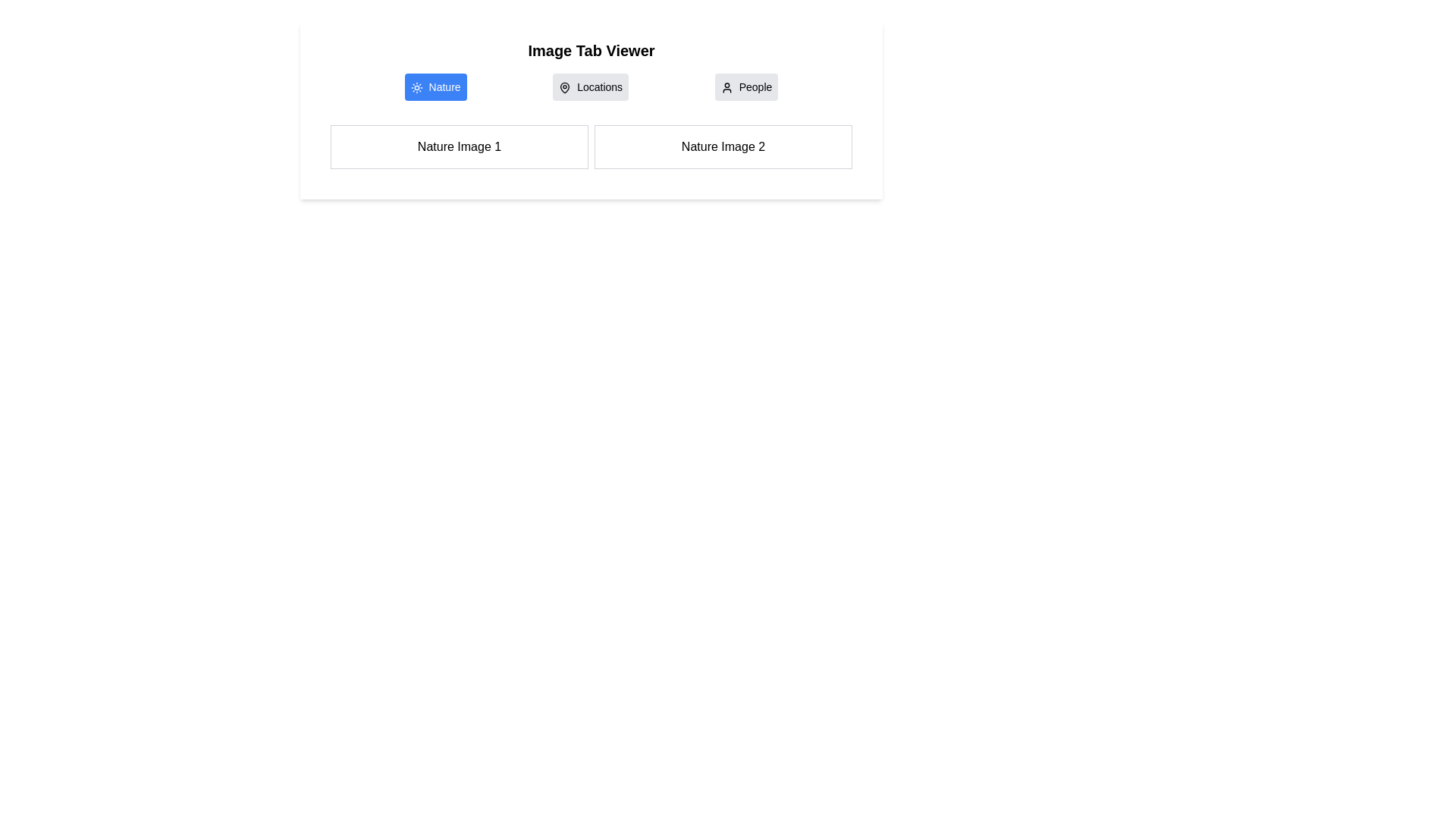 Image resolution: width=1456 pixels, height=819 pixels. What do you see at coordinates (590, 87) in the screenshot?
I see `the 'Locations' button, which is the second button in a horizontal group of three buttons ('Nature', 'Locations', 'People'), to trigger any additional actions it may support` at bounding box center [590, 87].